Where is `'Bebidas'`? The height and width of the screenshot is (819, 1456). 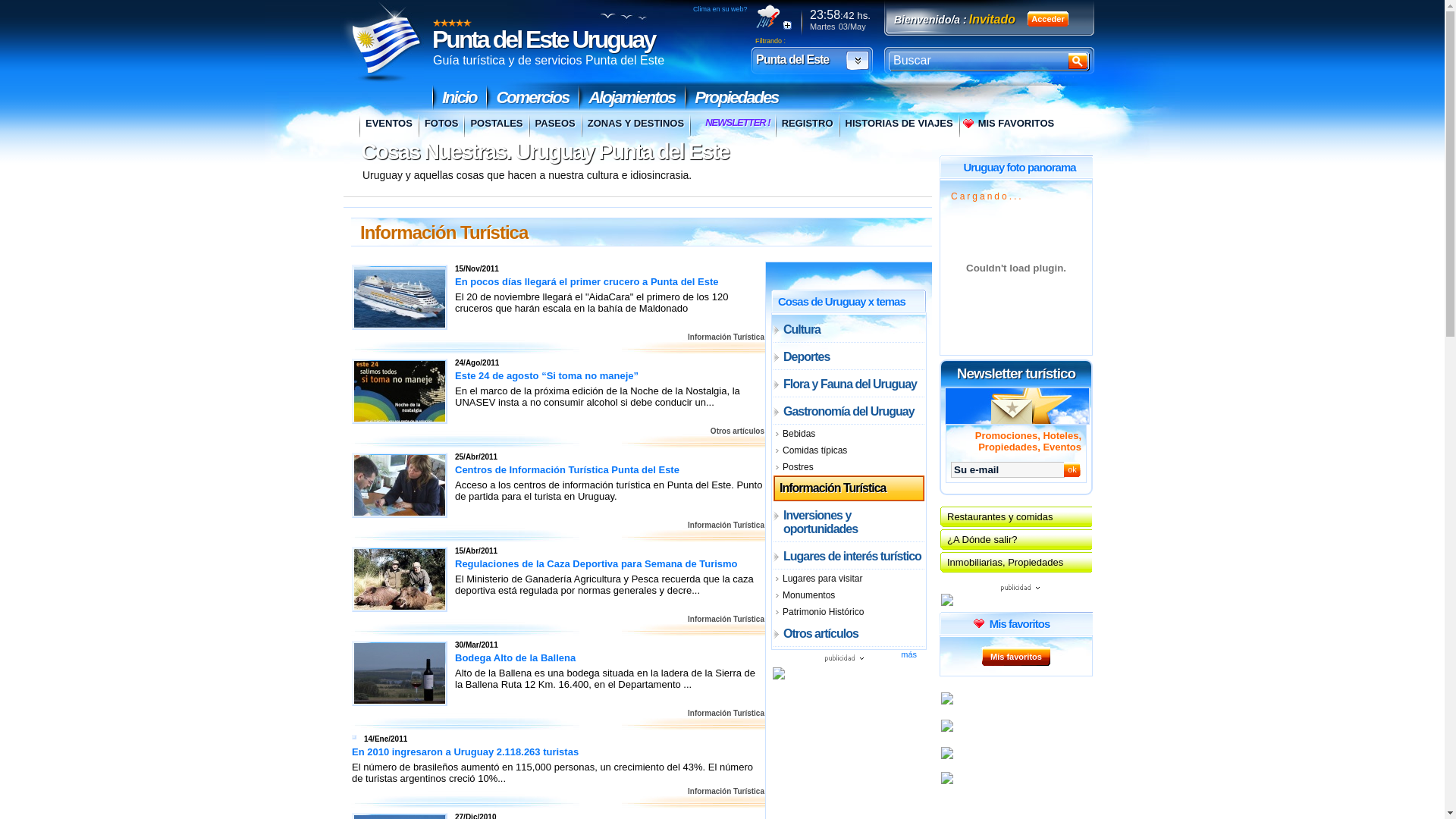
'Bebidas' is located at coordinates (773, 433).